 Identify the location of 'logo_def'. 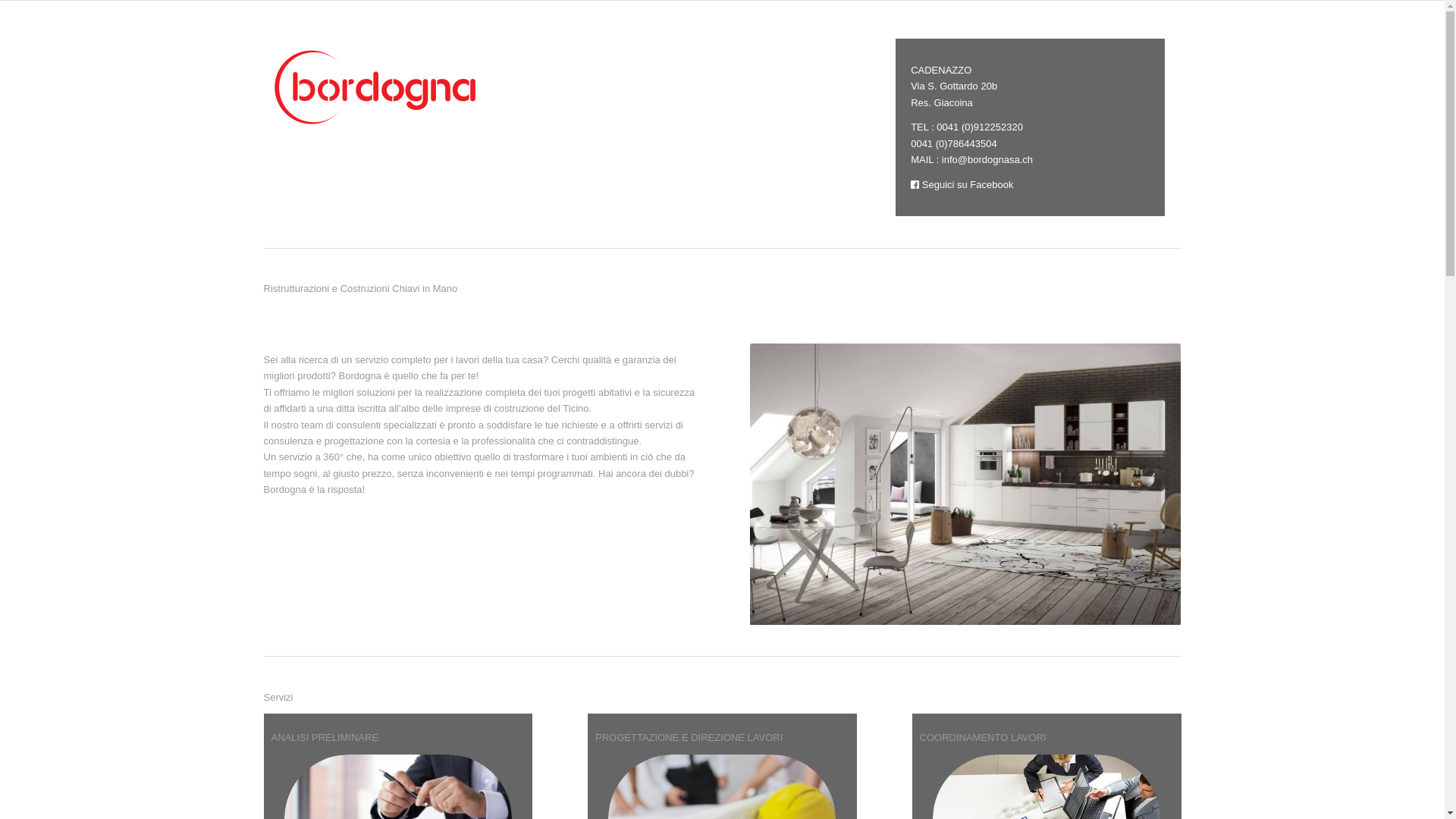
(378, 86).